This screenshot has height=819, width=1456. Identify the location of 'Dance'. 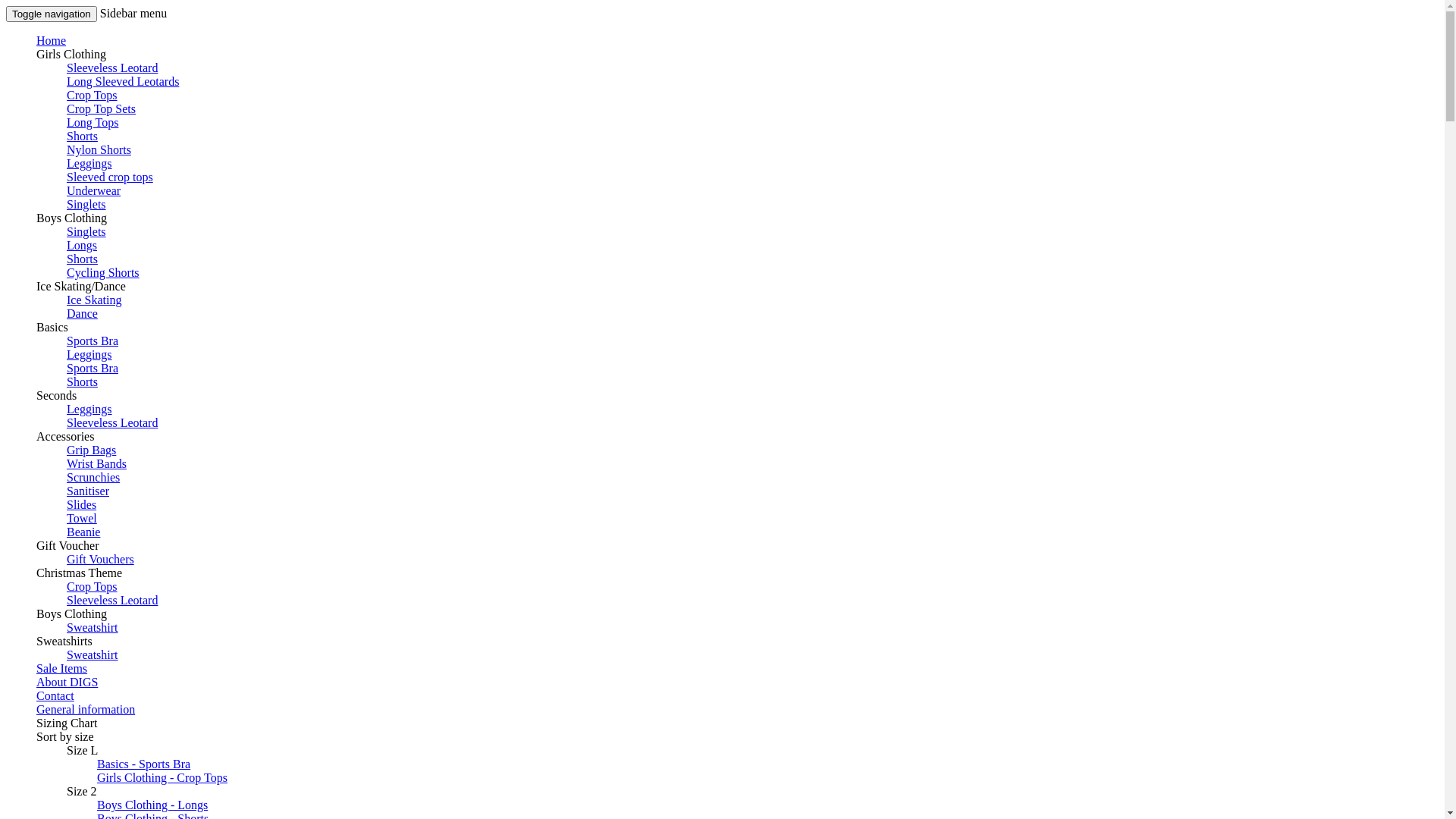
(81, 312).